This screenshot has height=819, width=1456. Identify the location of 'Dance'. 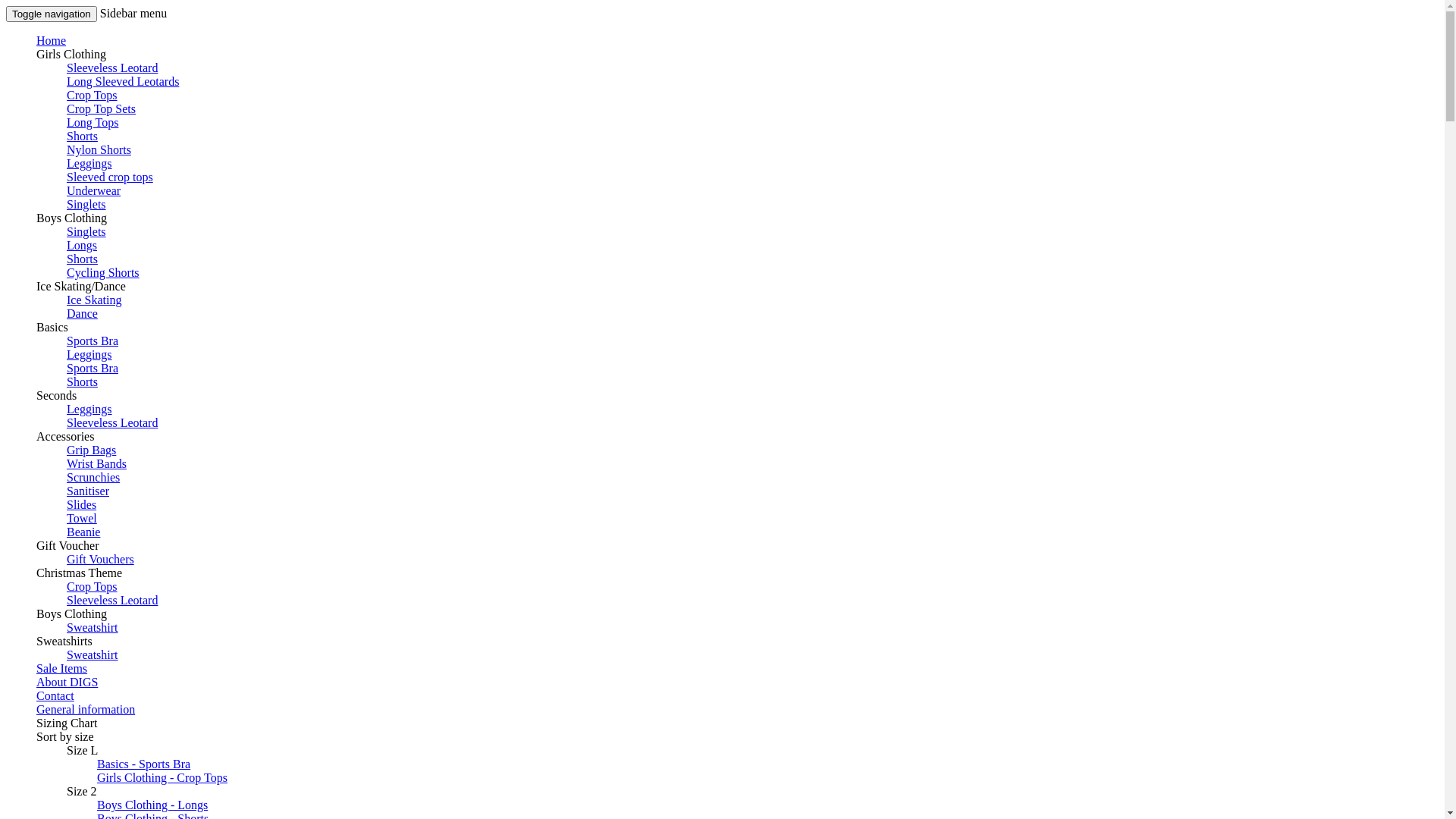
(81, 312).